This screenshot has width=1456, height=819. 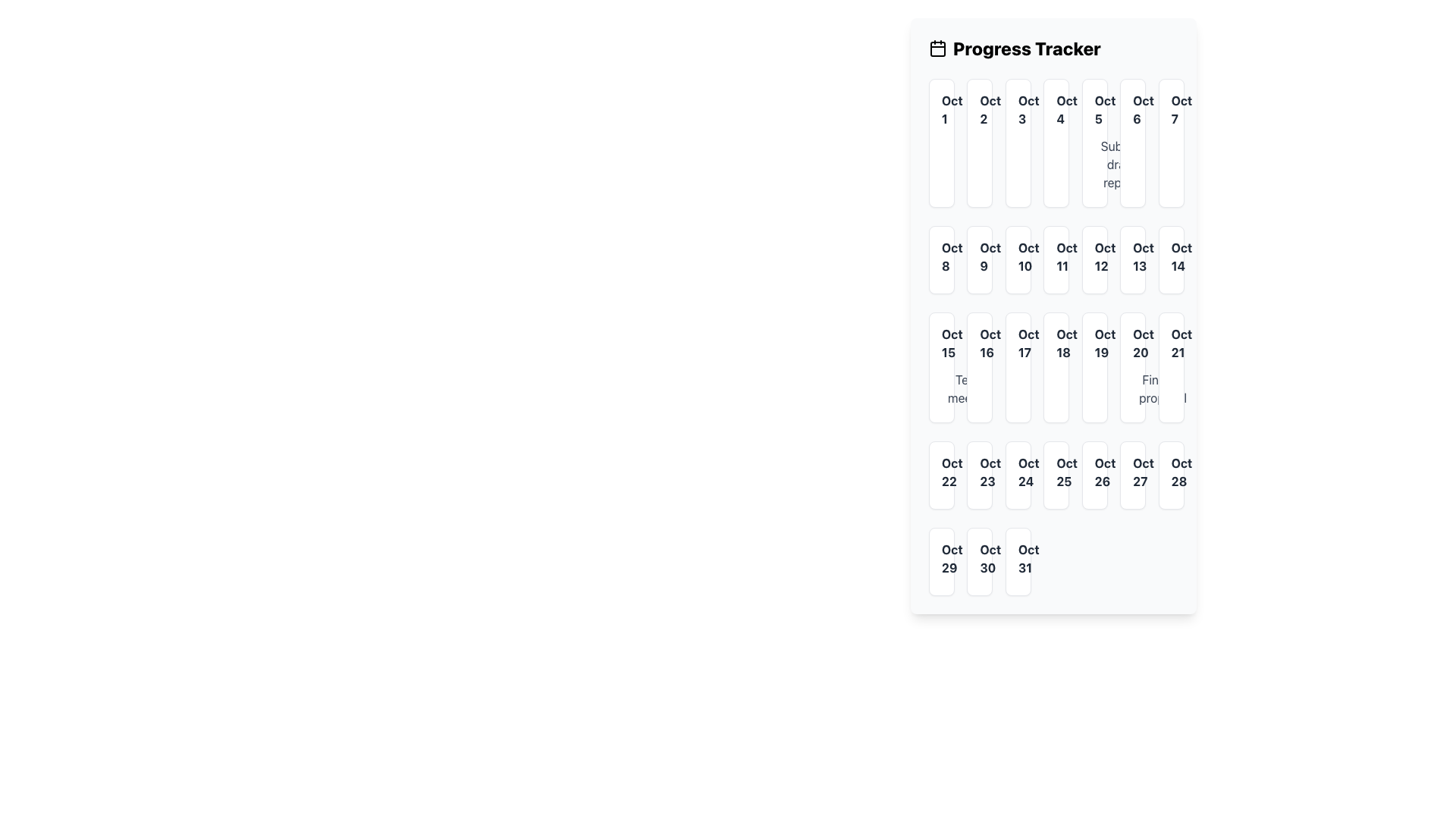 I want to click on the Date cell displaying 'Oct 9' in the calendar grid layout, so click(x=980, y=259).